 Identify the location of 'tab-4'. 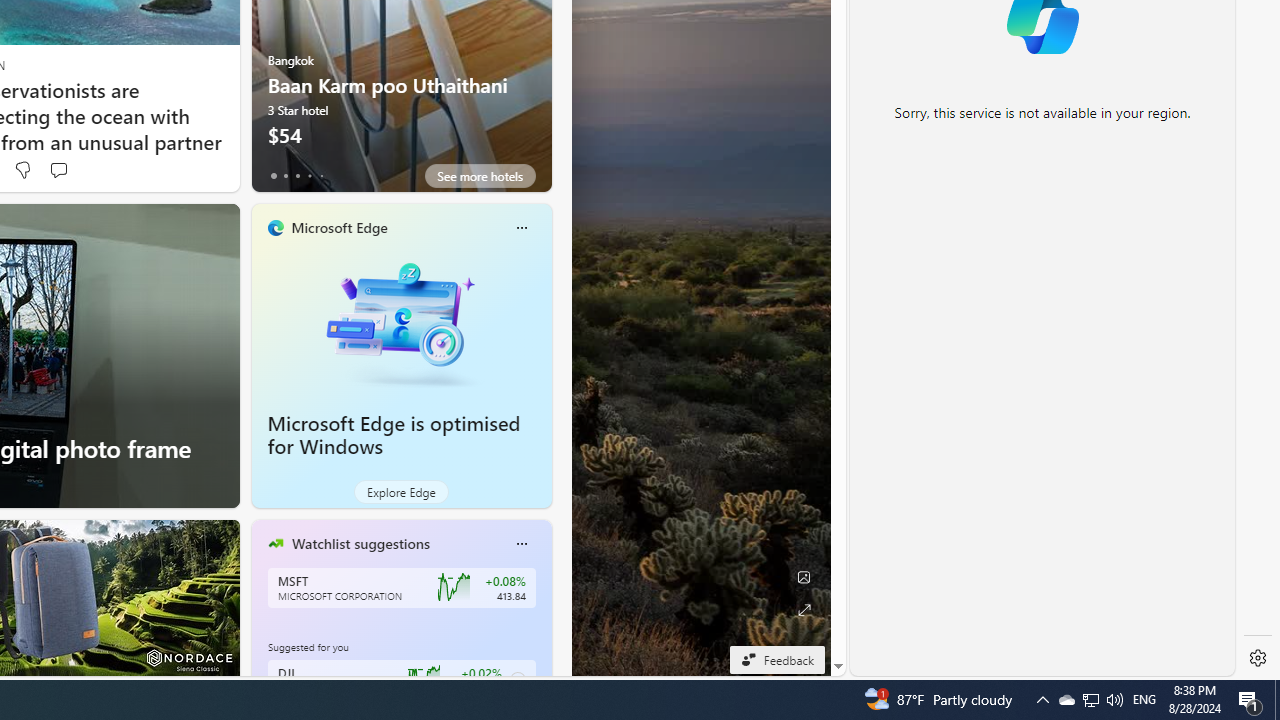
(321, 175).